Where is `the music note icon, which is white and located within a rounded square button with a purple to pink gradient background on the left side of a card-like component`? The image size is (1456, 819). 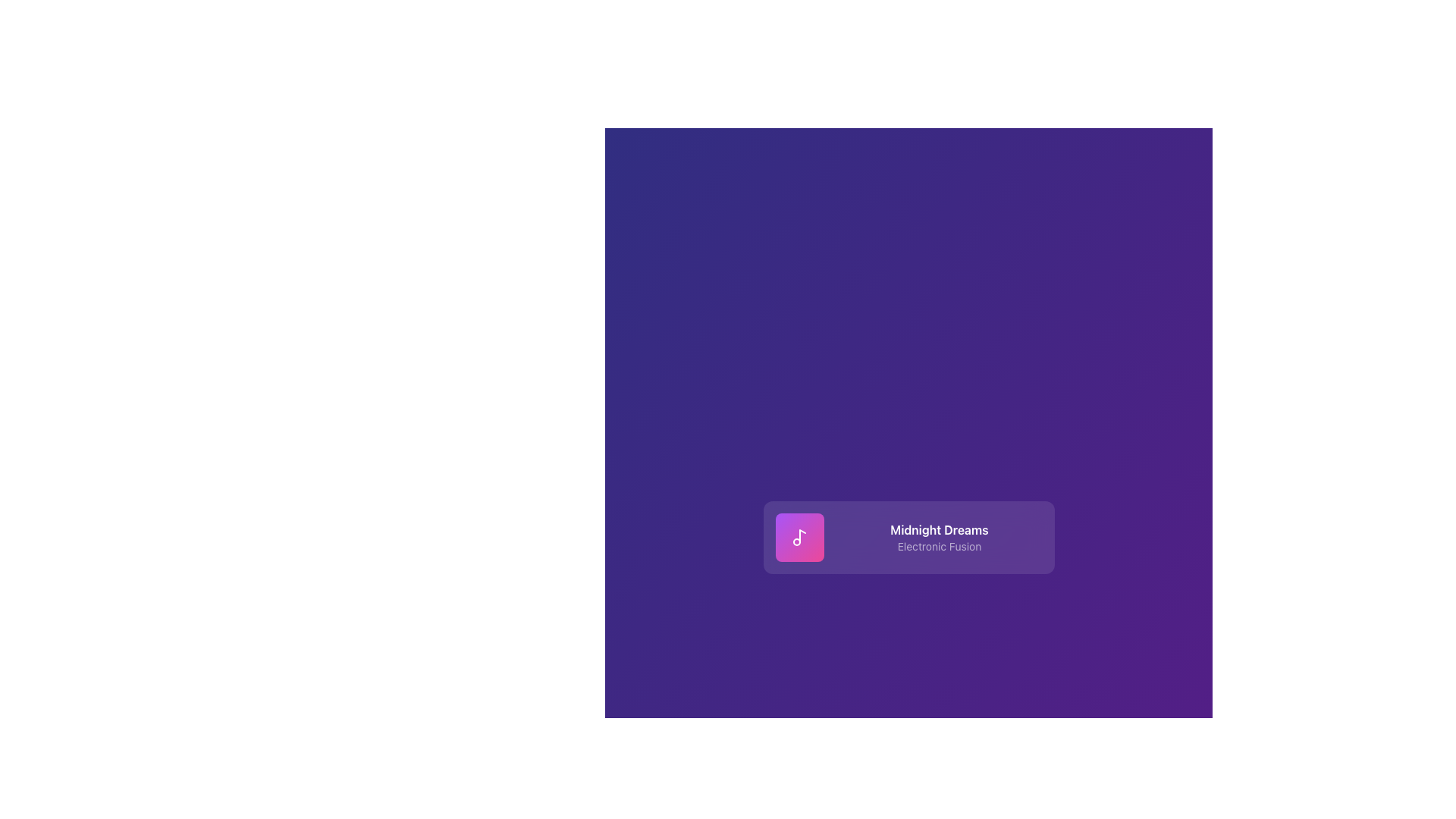
the music note icon, which is white and located within a rounded square button with a purple to pink gradient background on the left side of a card-like component is located at coordinates (799, 537).